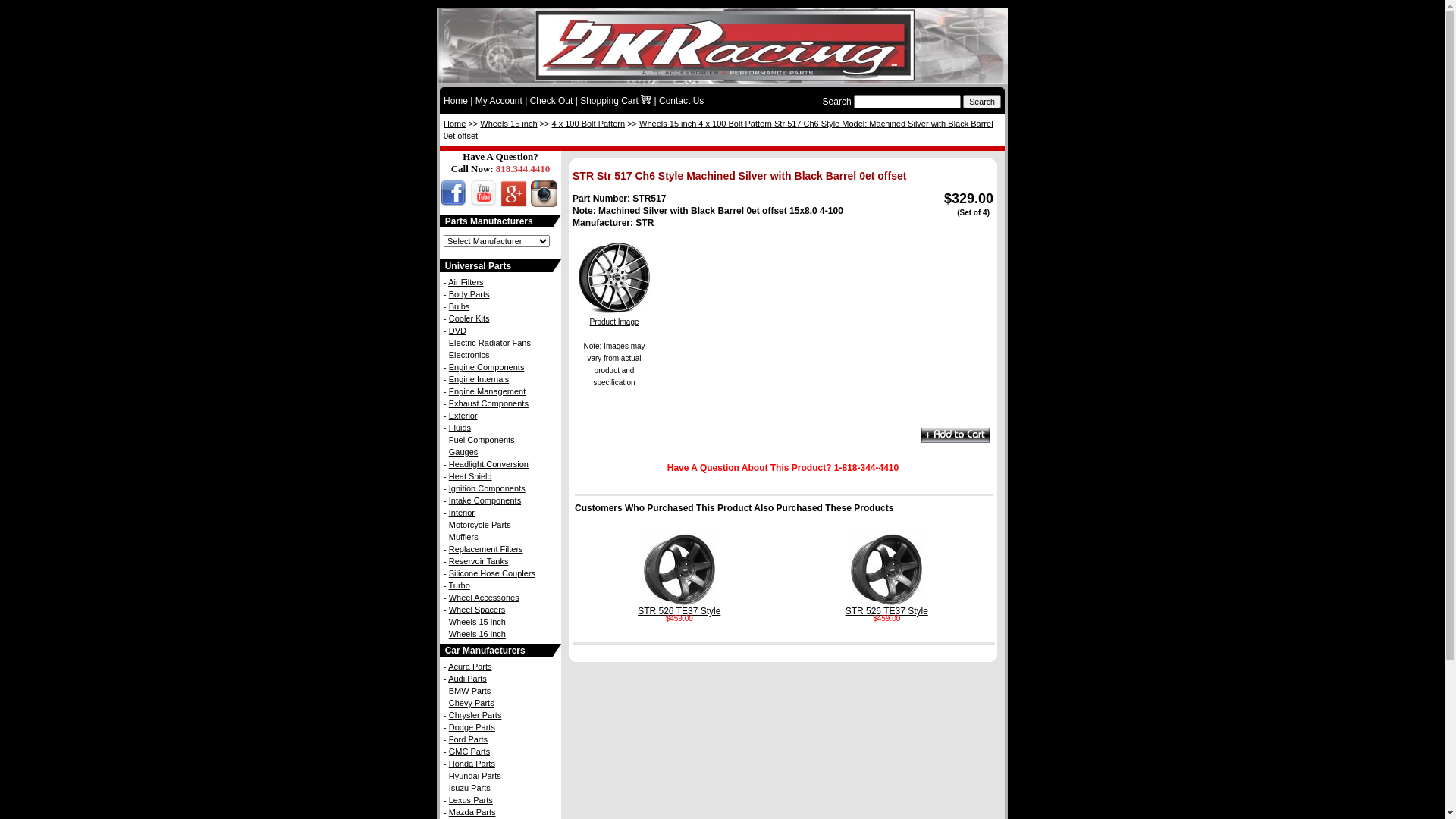 This screenshot has width=1456, height=819. Describe the element at coordinates (551, 100) in the screenshot. I see `'Check Out'` at that location.